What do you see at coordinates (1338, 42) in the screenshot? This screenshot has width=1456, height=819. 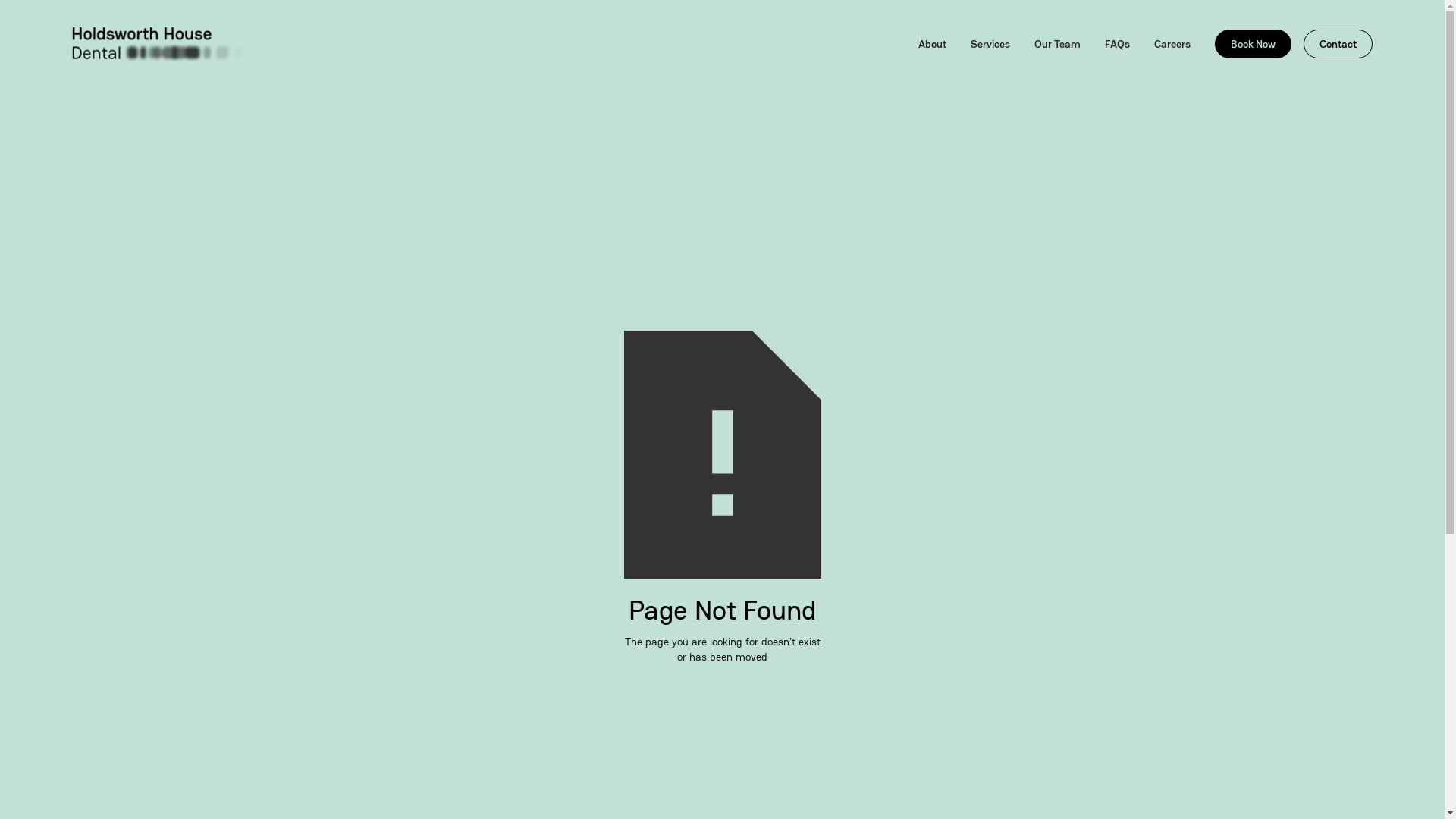 I see `'Contact'` at bounding box center [1338, 42].